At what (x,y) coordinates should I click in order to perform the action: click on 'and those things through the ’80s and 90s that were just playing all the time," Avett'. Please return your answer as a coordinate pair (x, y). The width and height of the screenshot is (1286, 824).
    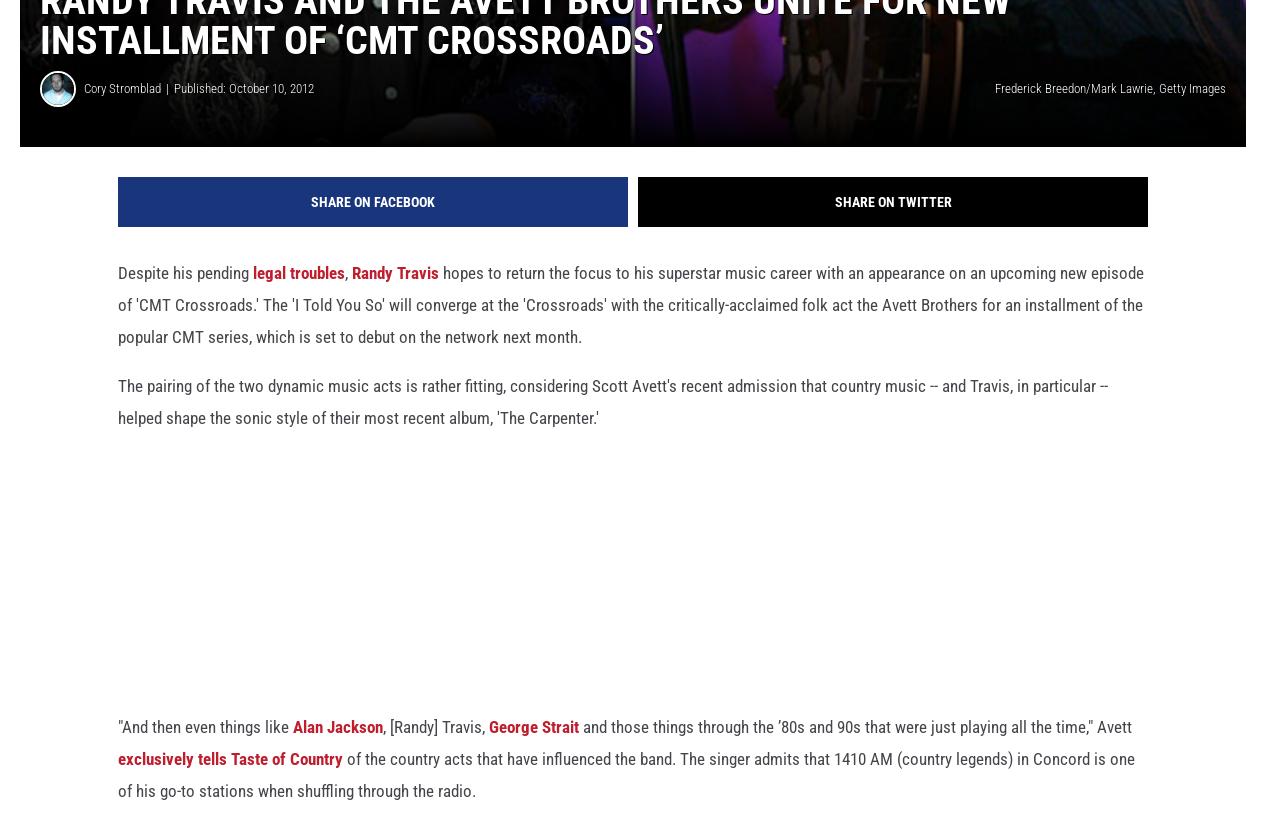
    Looking at the image, I should click on (577, 744).